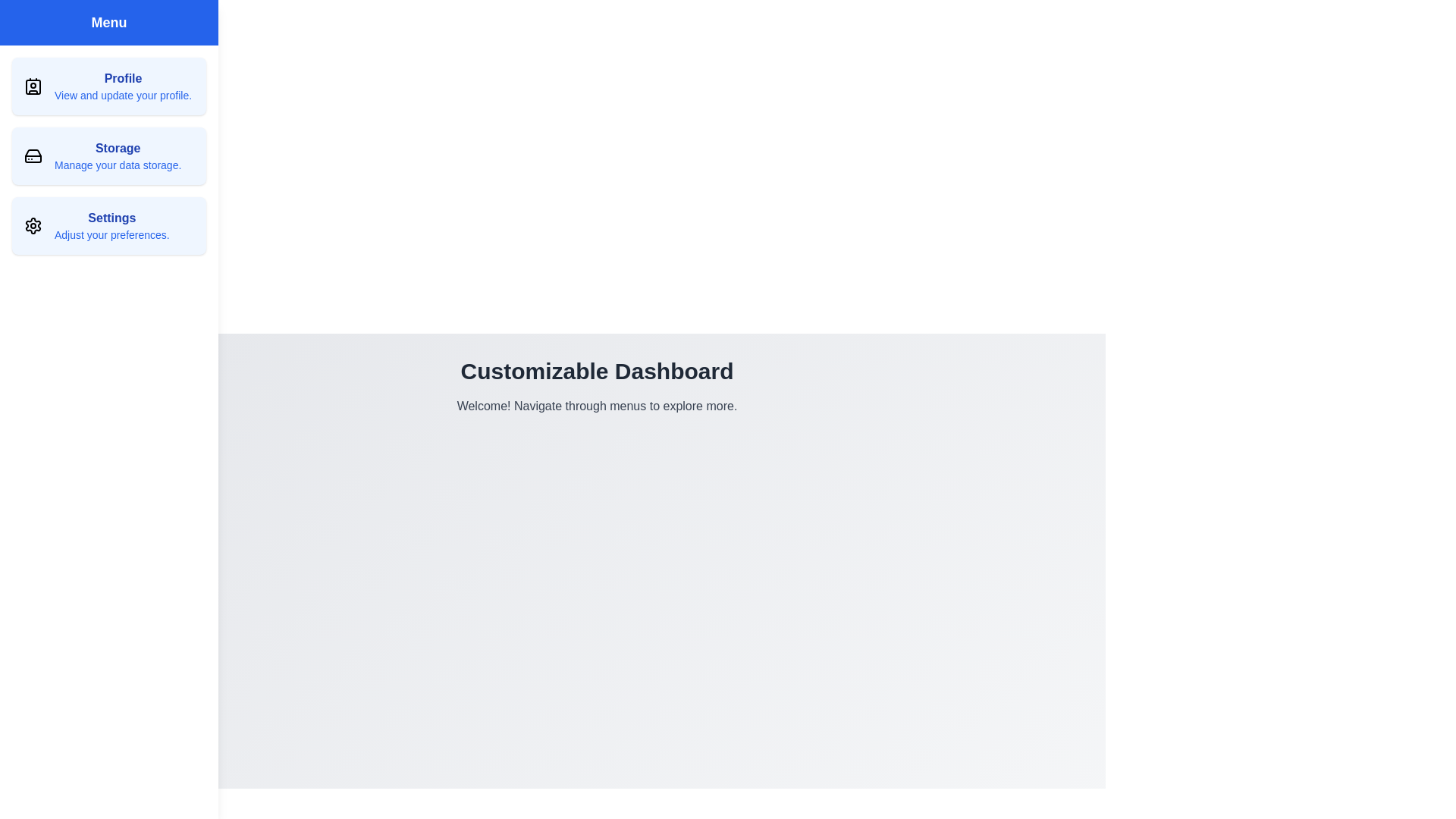 Image resolution: width=1456 pixels, height=819 pixels. I want to click on the header text 'Customizable Dashboard', so click(596, 371).